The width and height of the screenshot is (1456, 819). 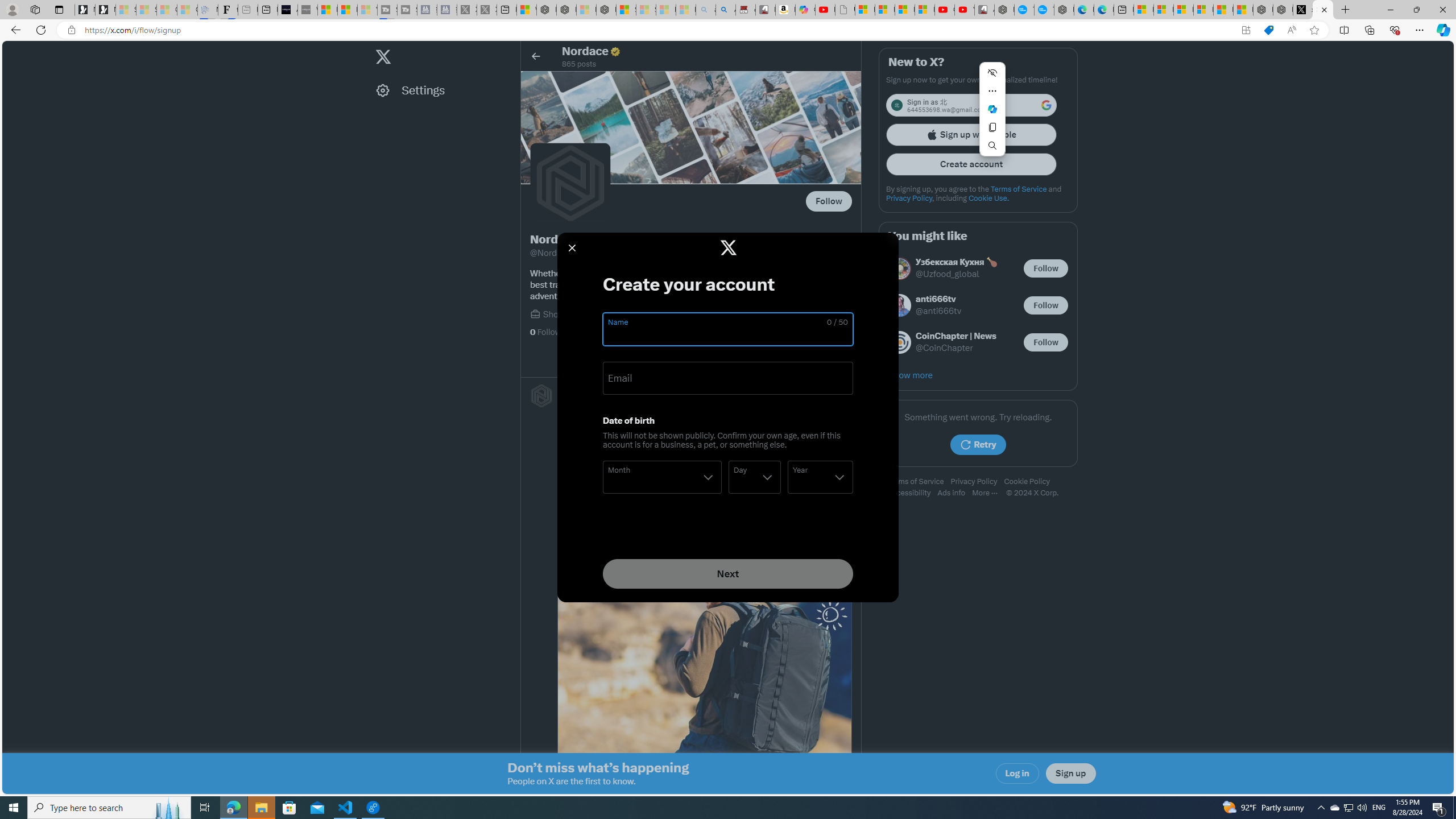 What do you see at coordinates (804, 9) in the screenshot?
I see `'Copilot'` at bounding box center [804, 9].